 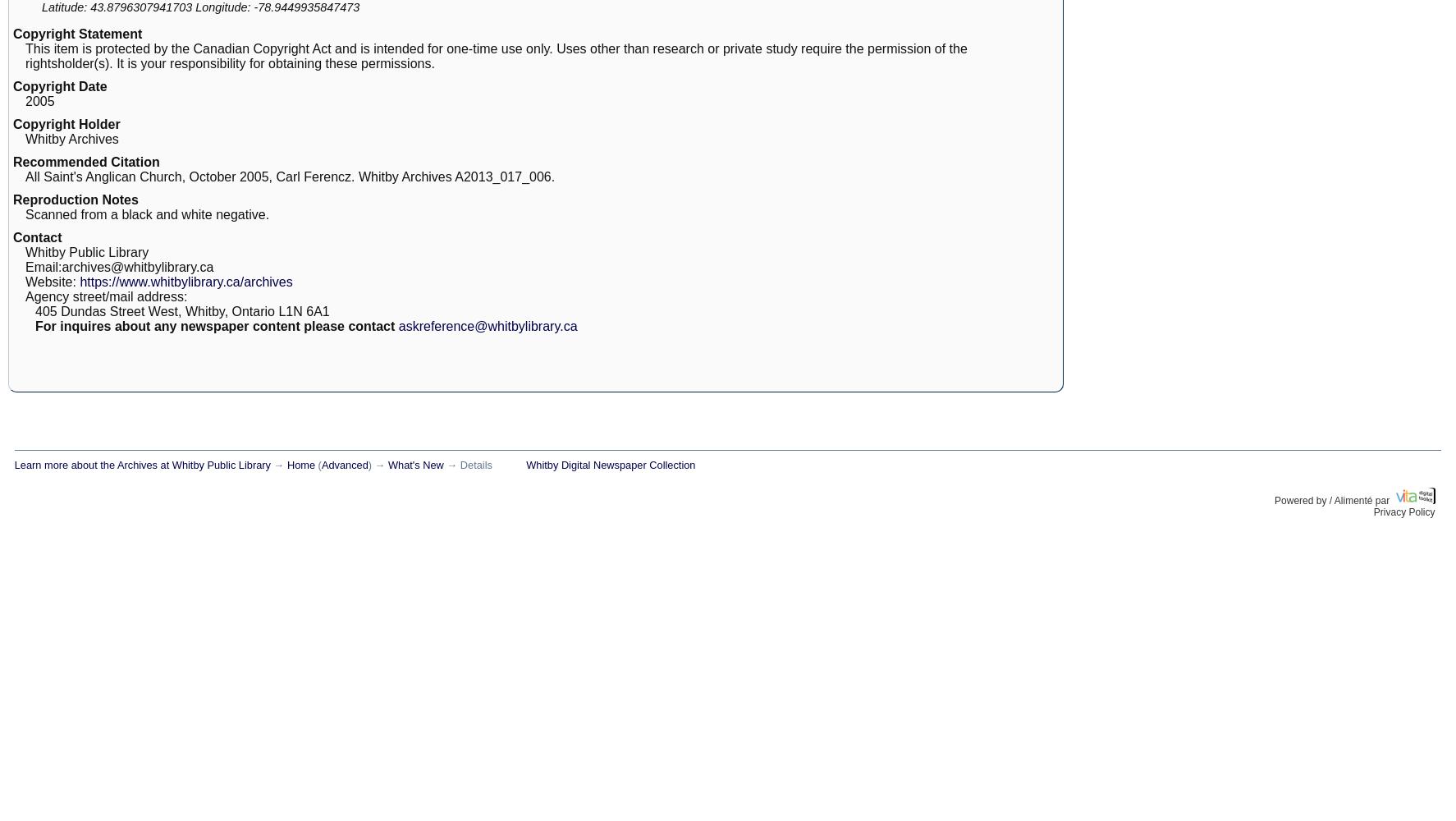 I want to click on 'Agency street/mail address:', so click(x=106, y=296).